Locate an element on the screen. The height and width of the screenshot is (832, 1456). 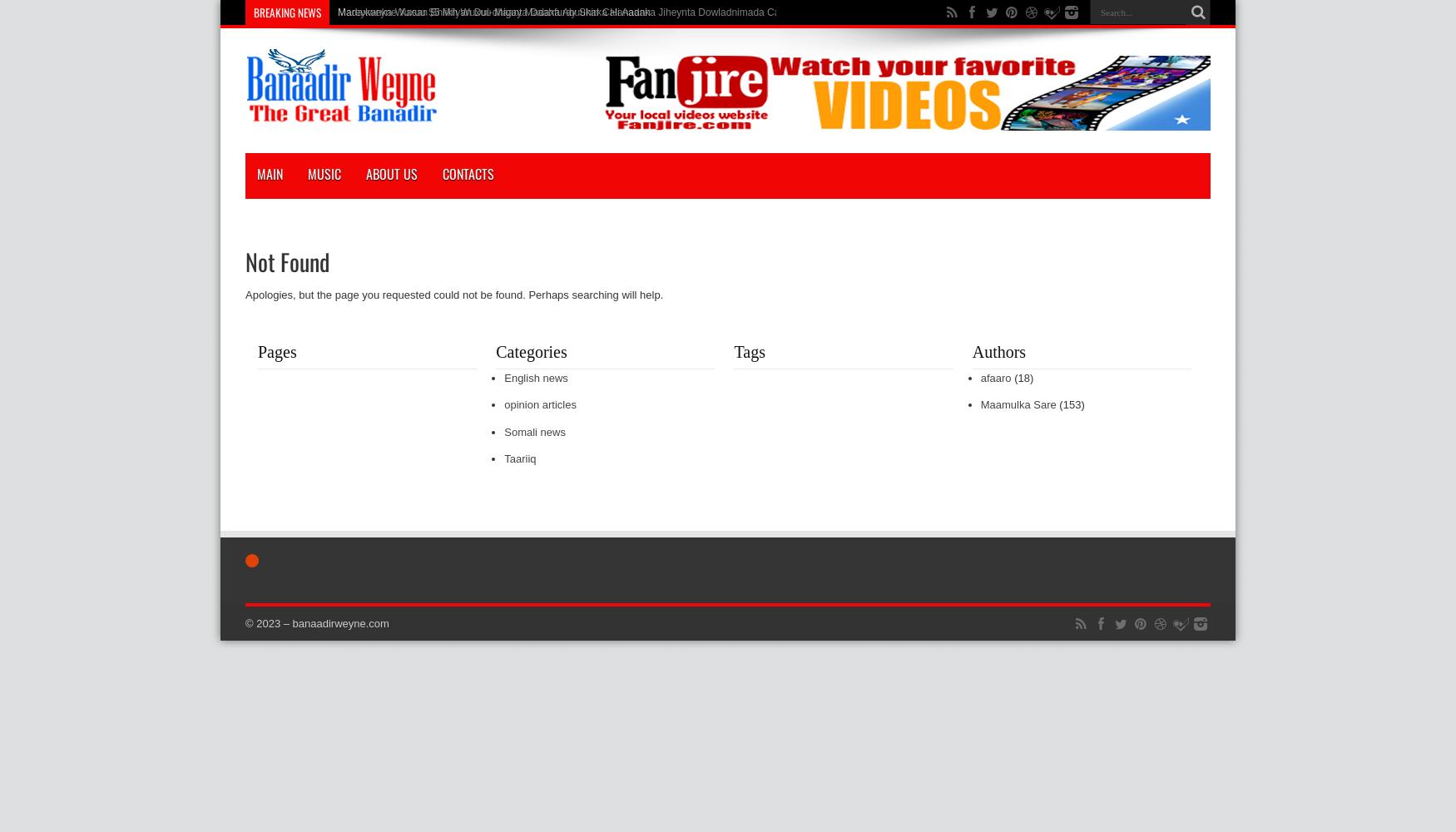
'banaadirweyne.com' is located at coordinates (339, 622).